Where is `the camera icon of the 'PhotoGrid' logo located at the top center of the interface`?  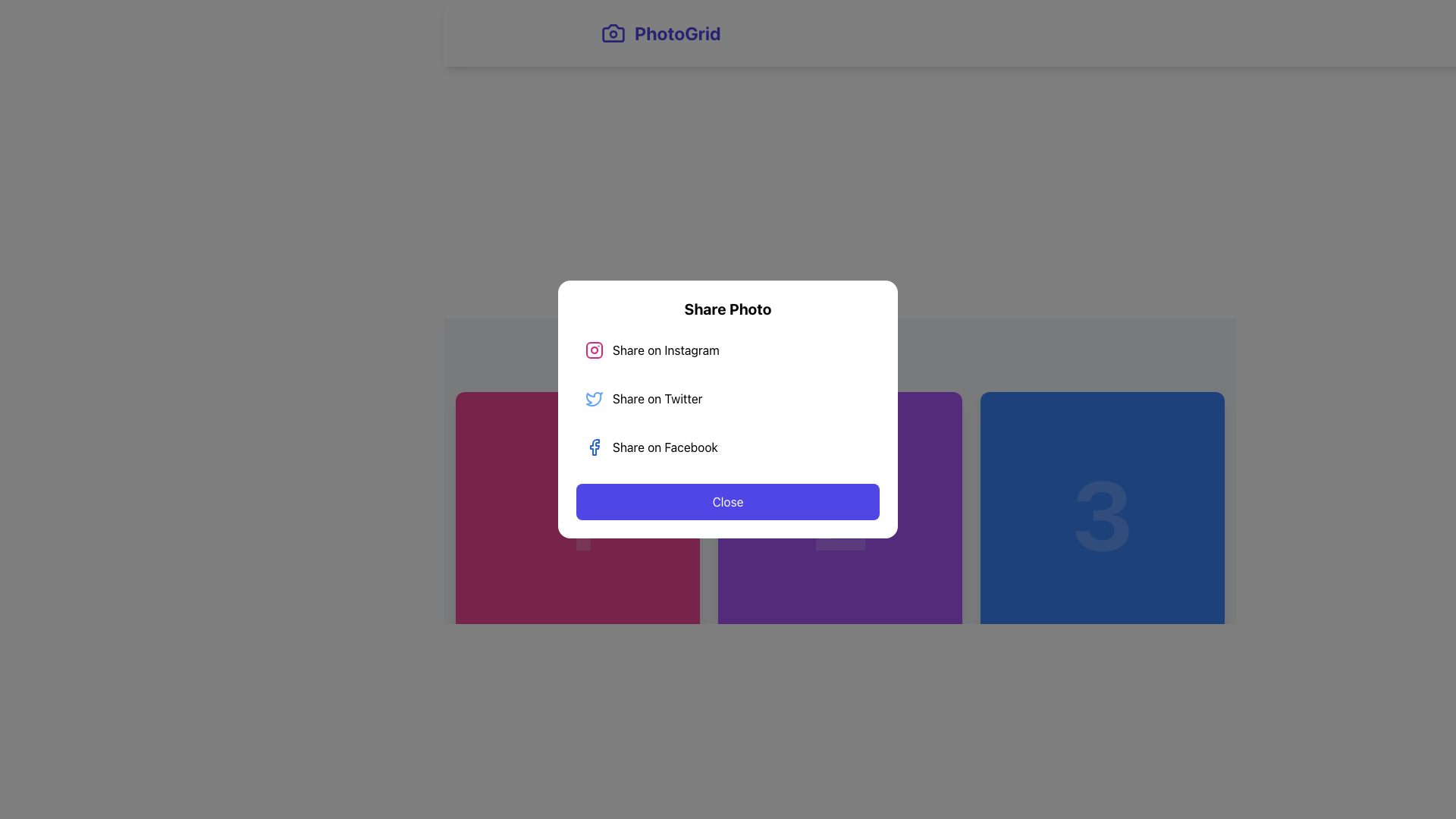
the camera icon of the 'PhotoGrid' logo located at the top center of the interface is located at coordinates (613, 32).